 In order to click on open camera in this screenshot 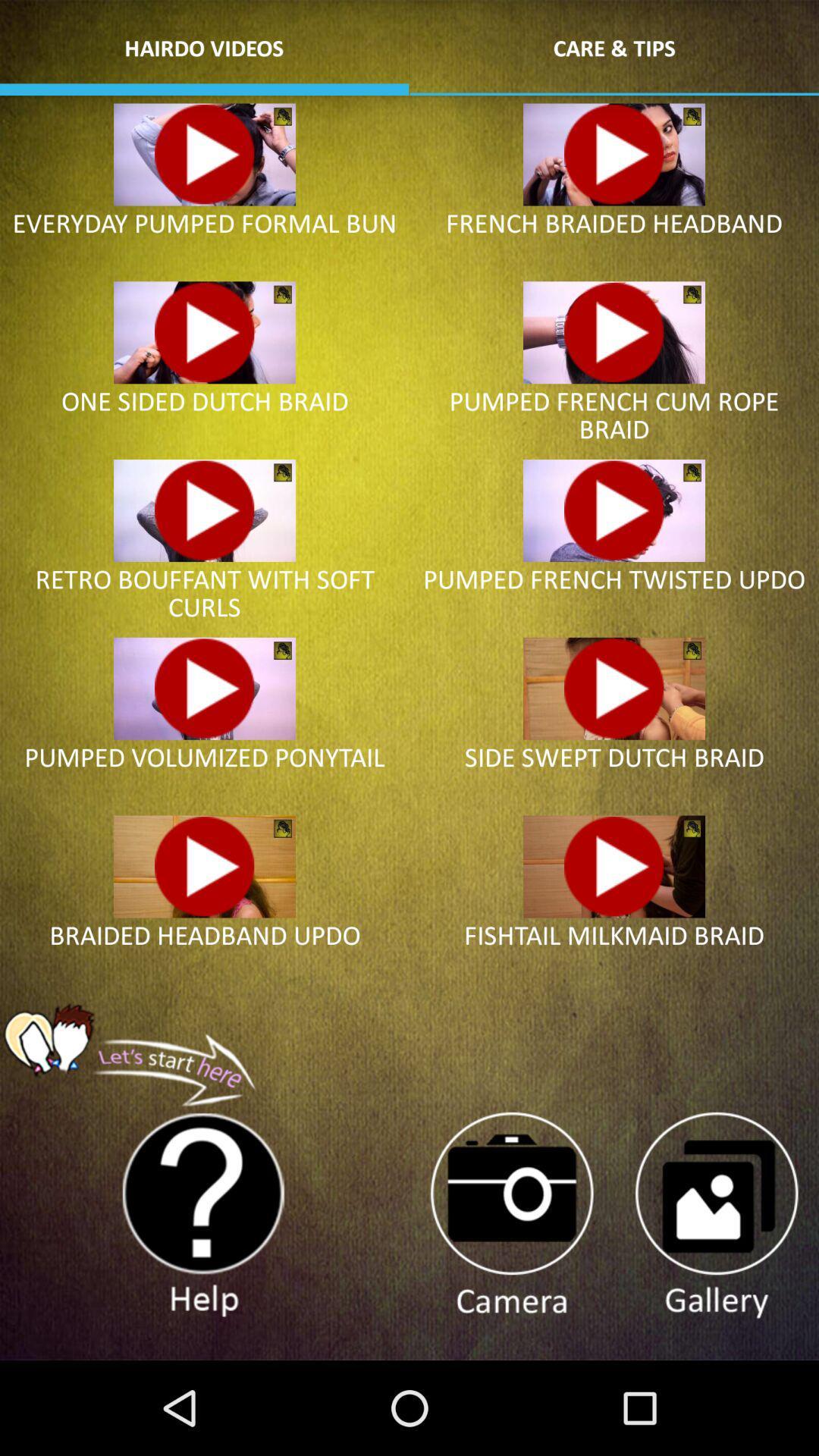, I will do `click(511, 1216)`.